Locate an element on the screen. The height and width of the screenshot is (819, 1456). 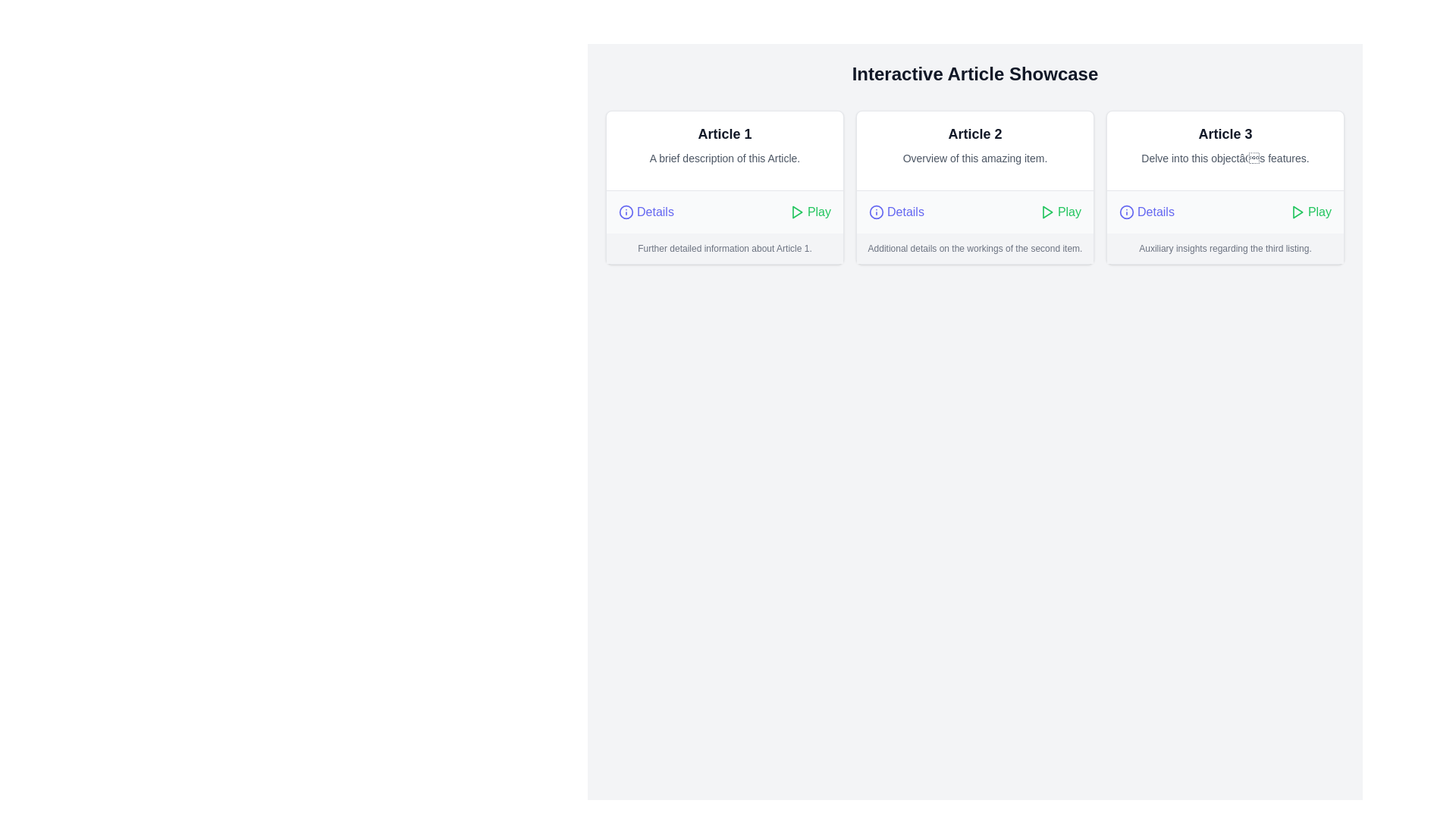
the static informational label that reads 'Further detailed information about Article 1.' located at the bottom of the article card 'Article 1' is located at coordinates (723, 247).